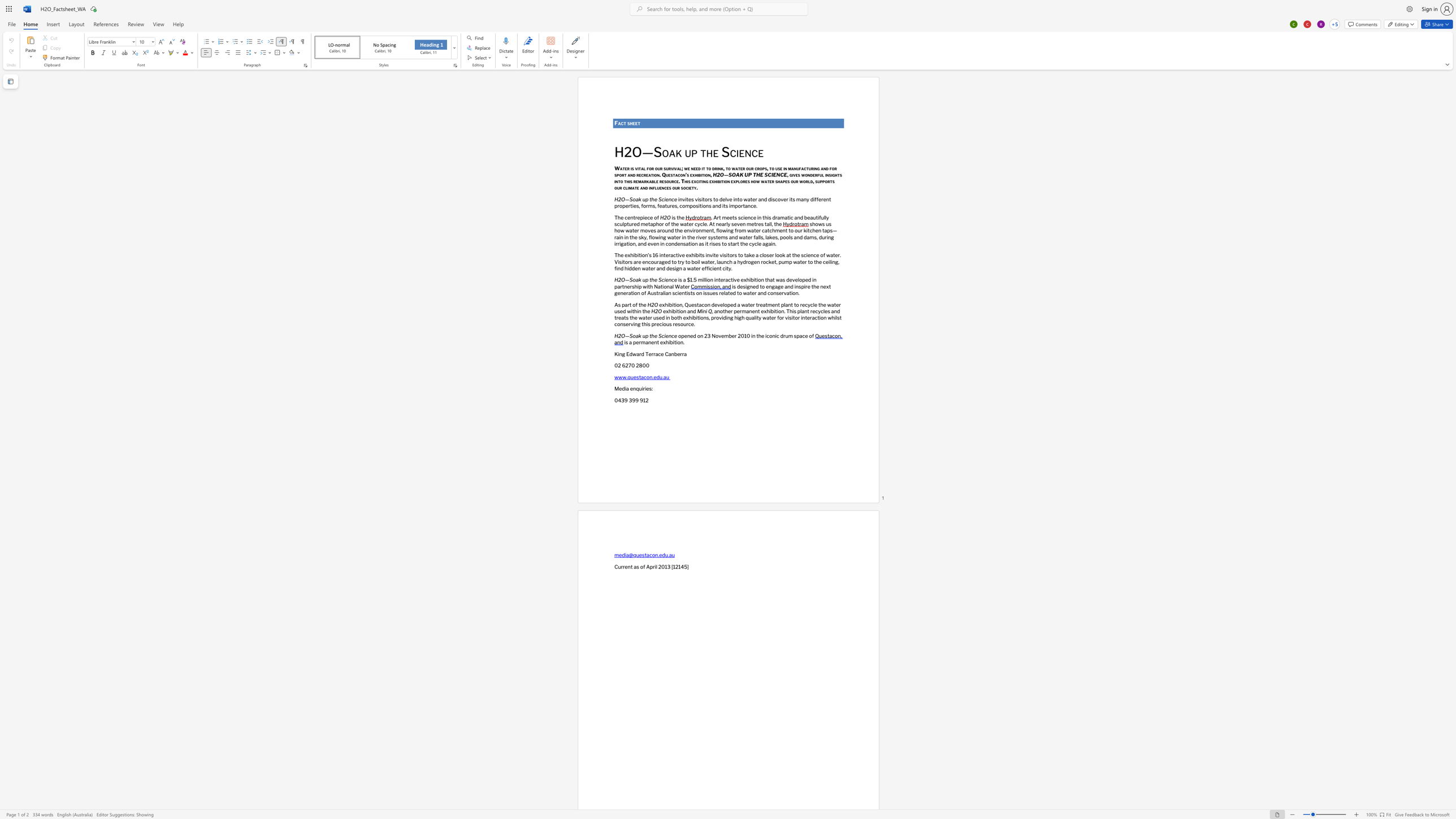  I want to click on the 1th character "b" in the text, so click(730, 335).